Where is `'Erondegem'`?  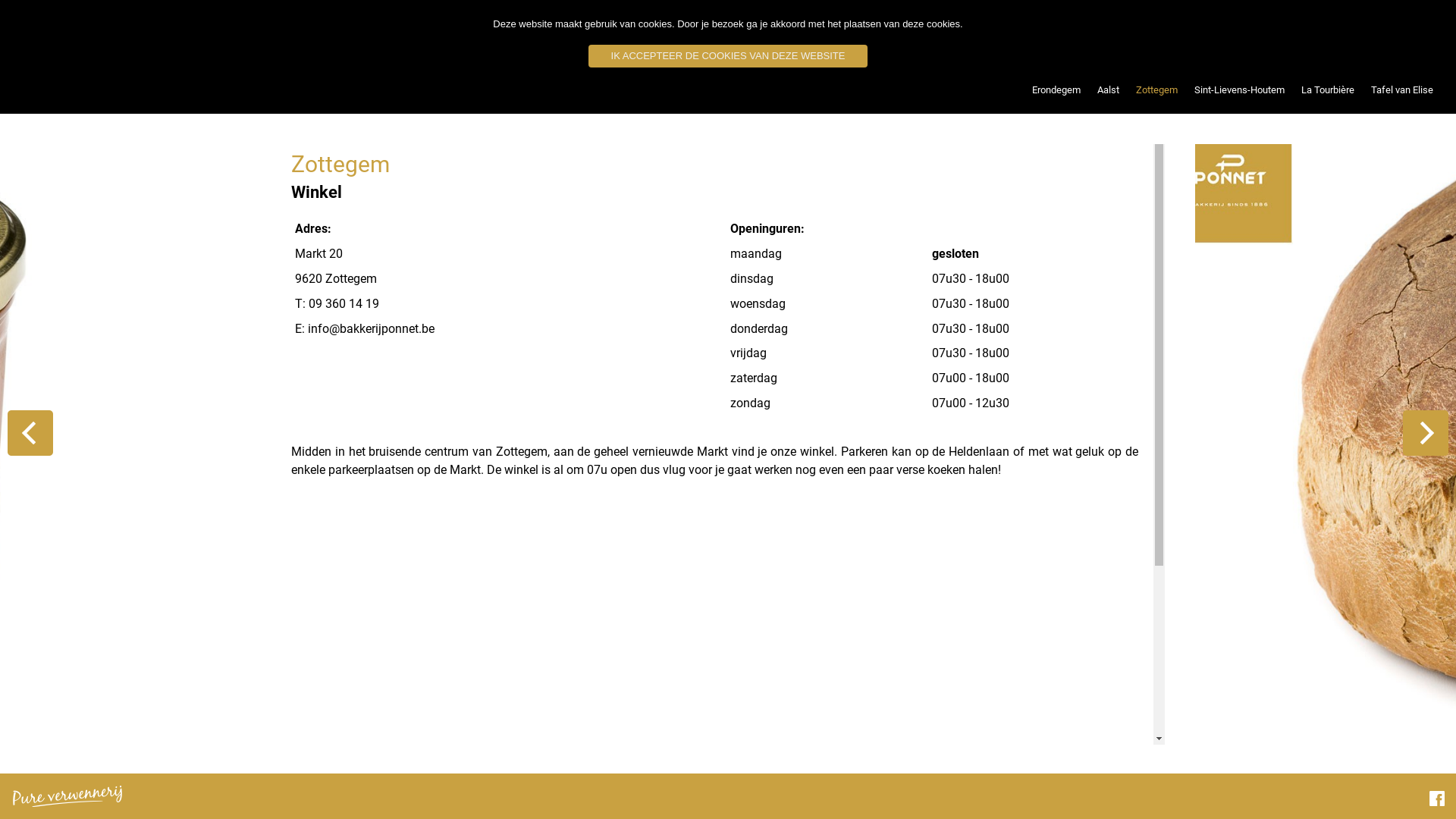 'Erondegem' is located at coordinates (1023, 90).